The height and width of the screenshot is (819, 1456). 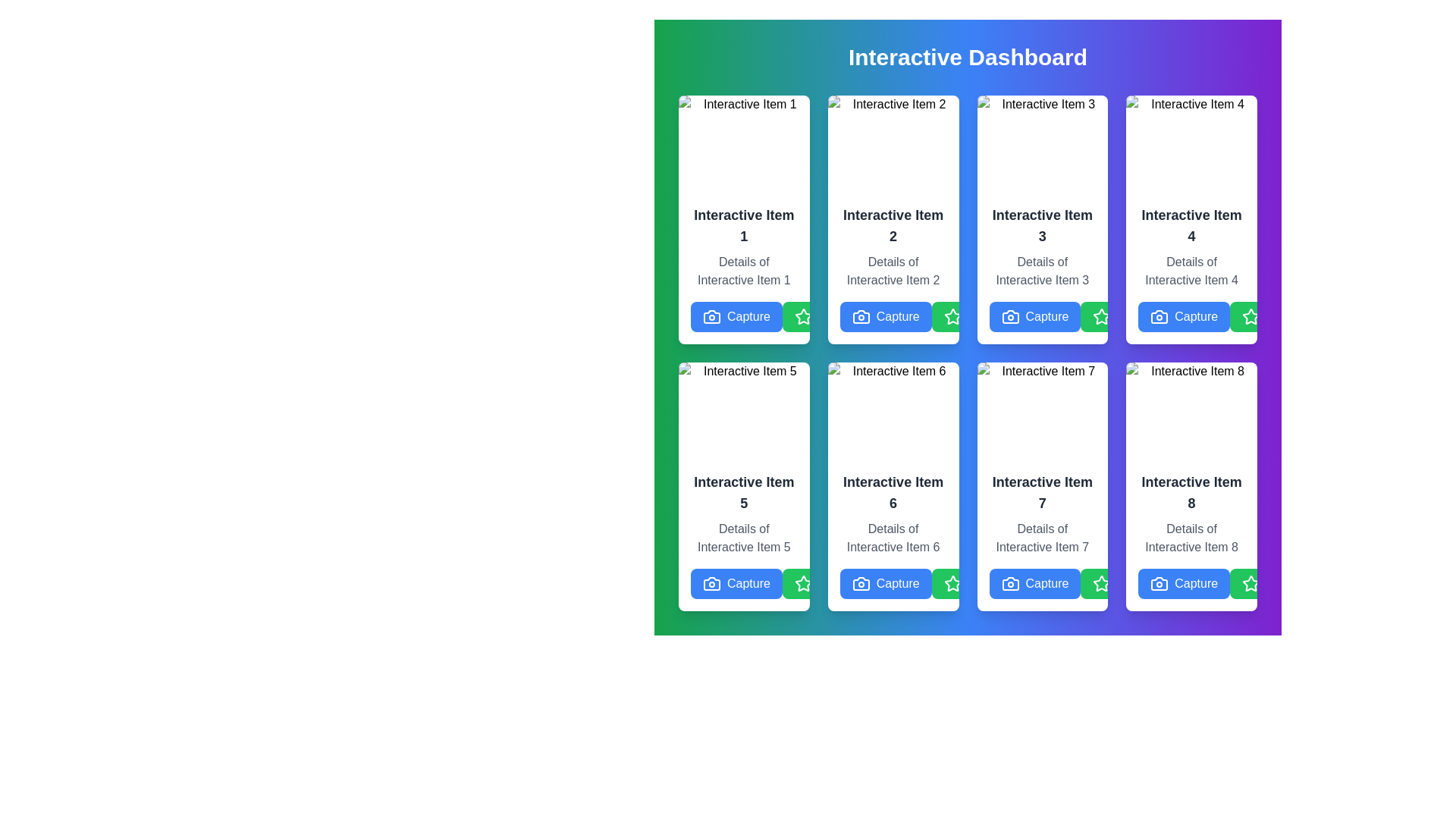 I want to click on the 'Capture' button, which has a blue background, rounded corners, and features a white camera icon and white text, so click(x=893, y=583).